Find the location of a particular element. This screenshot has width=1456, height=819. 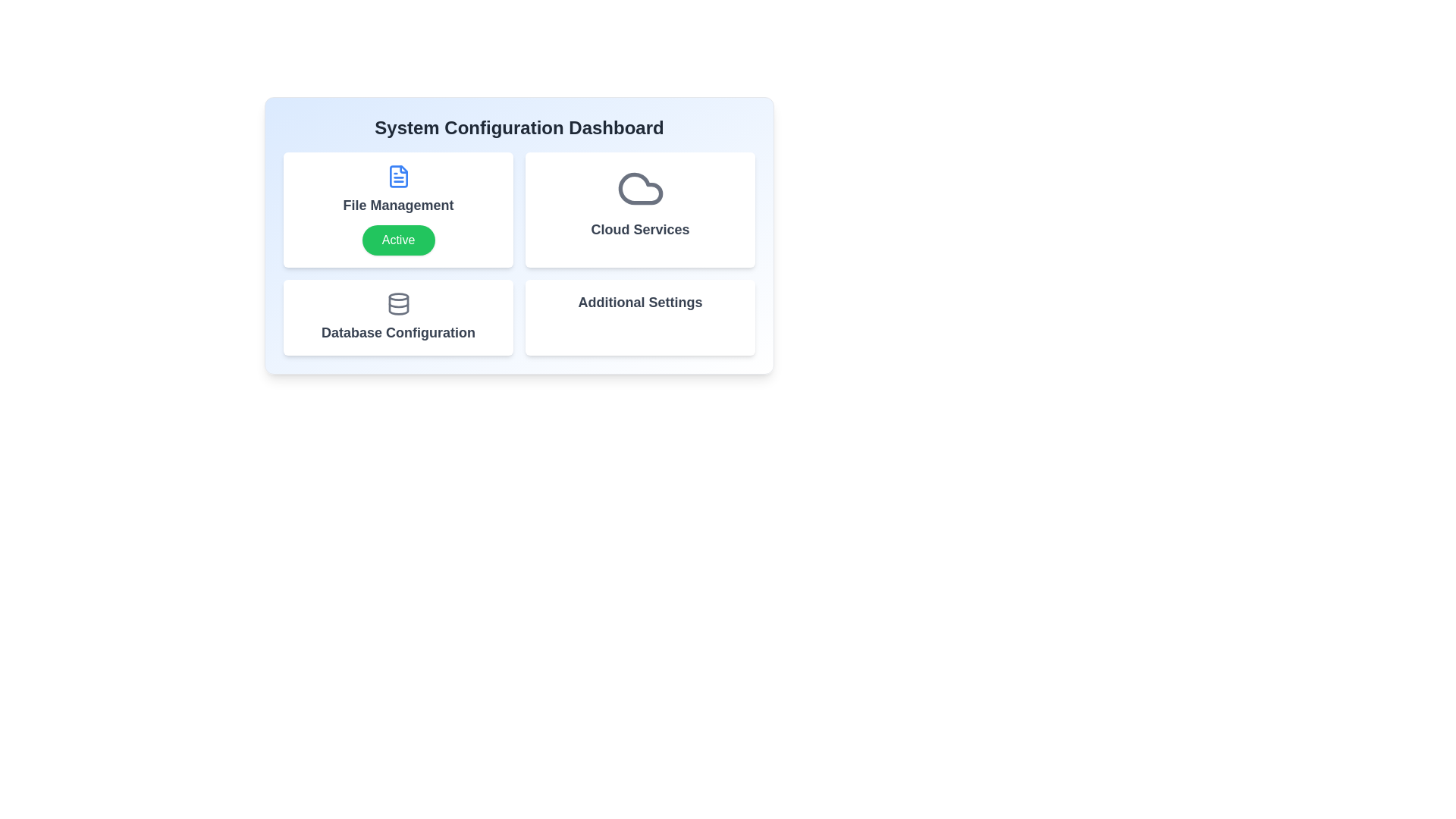

the Card Component that features a blue file icon, bold 'File Management' text, and a green 'Active' button, located in the top-left segment of the grid is located at coordinates (398, 210).